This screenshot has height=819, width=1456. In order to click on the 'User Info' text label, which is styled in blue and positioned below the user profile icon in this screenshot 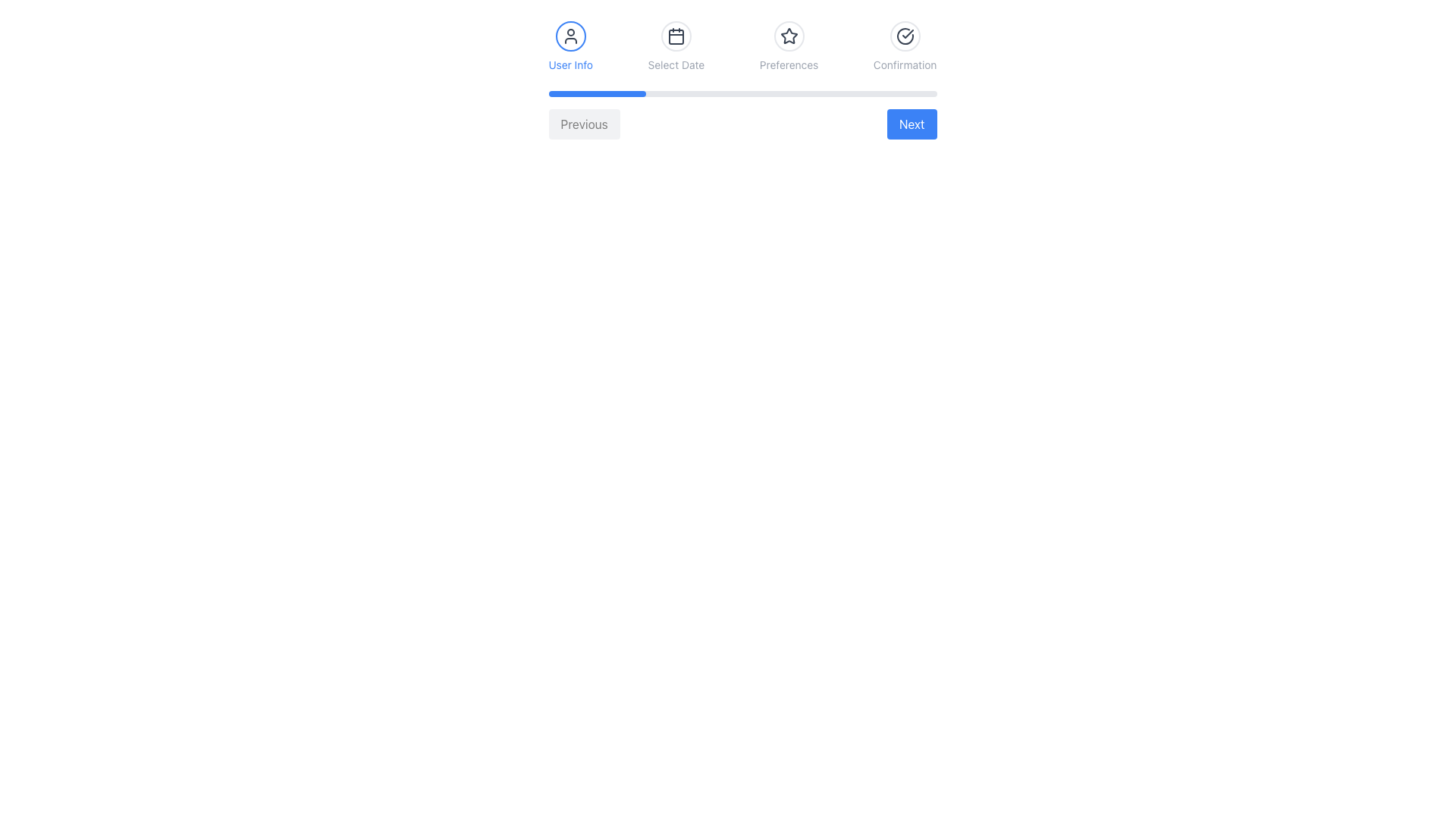, I will do `click(570, 64)`.